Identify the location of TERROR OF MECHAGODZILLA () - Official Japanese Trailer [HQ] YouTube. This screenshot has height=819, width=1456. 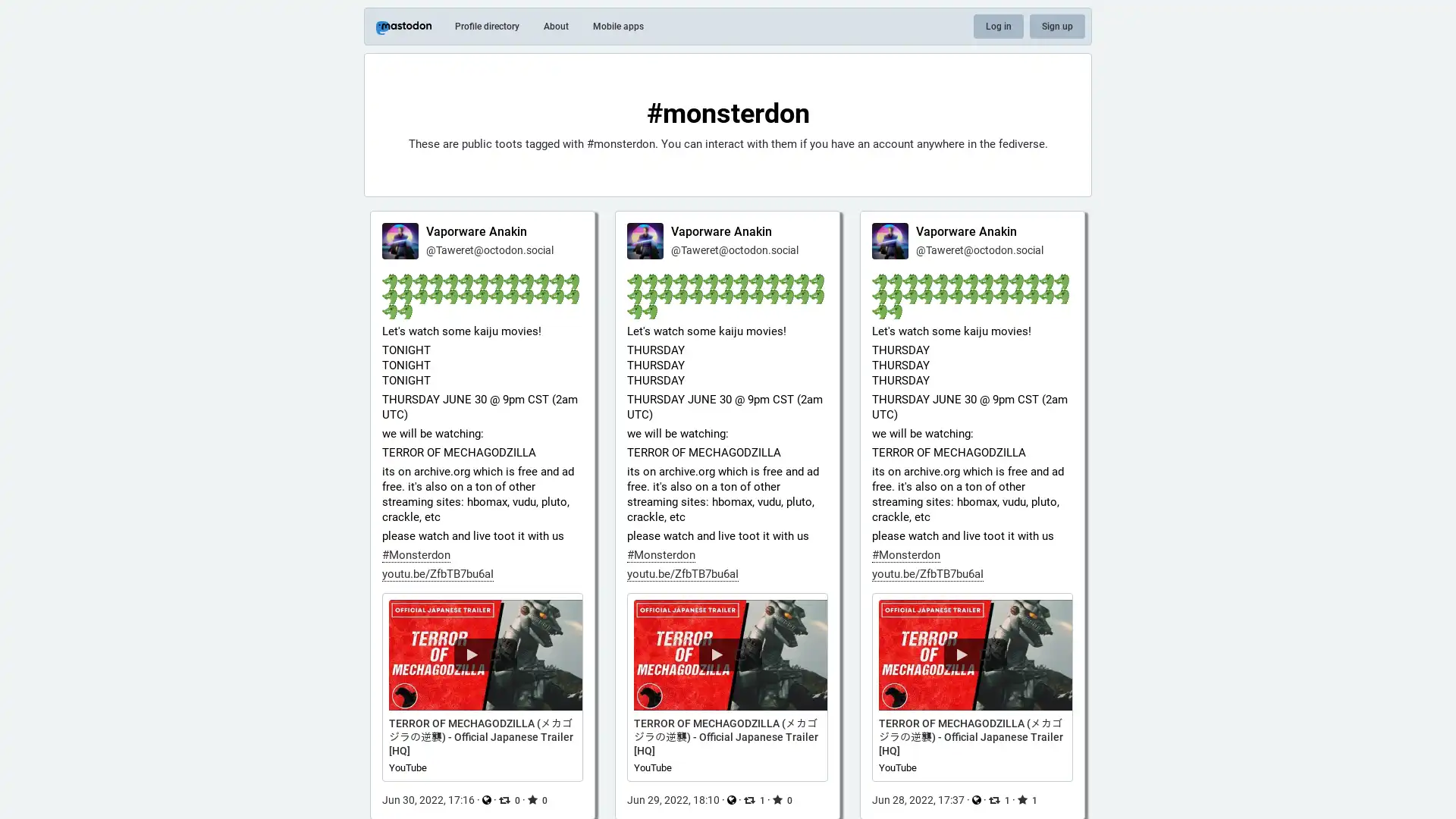
(482, 688).